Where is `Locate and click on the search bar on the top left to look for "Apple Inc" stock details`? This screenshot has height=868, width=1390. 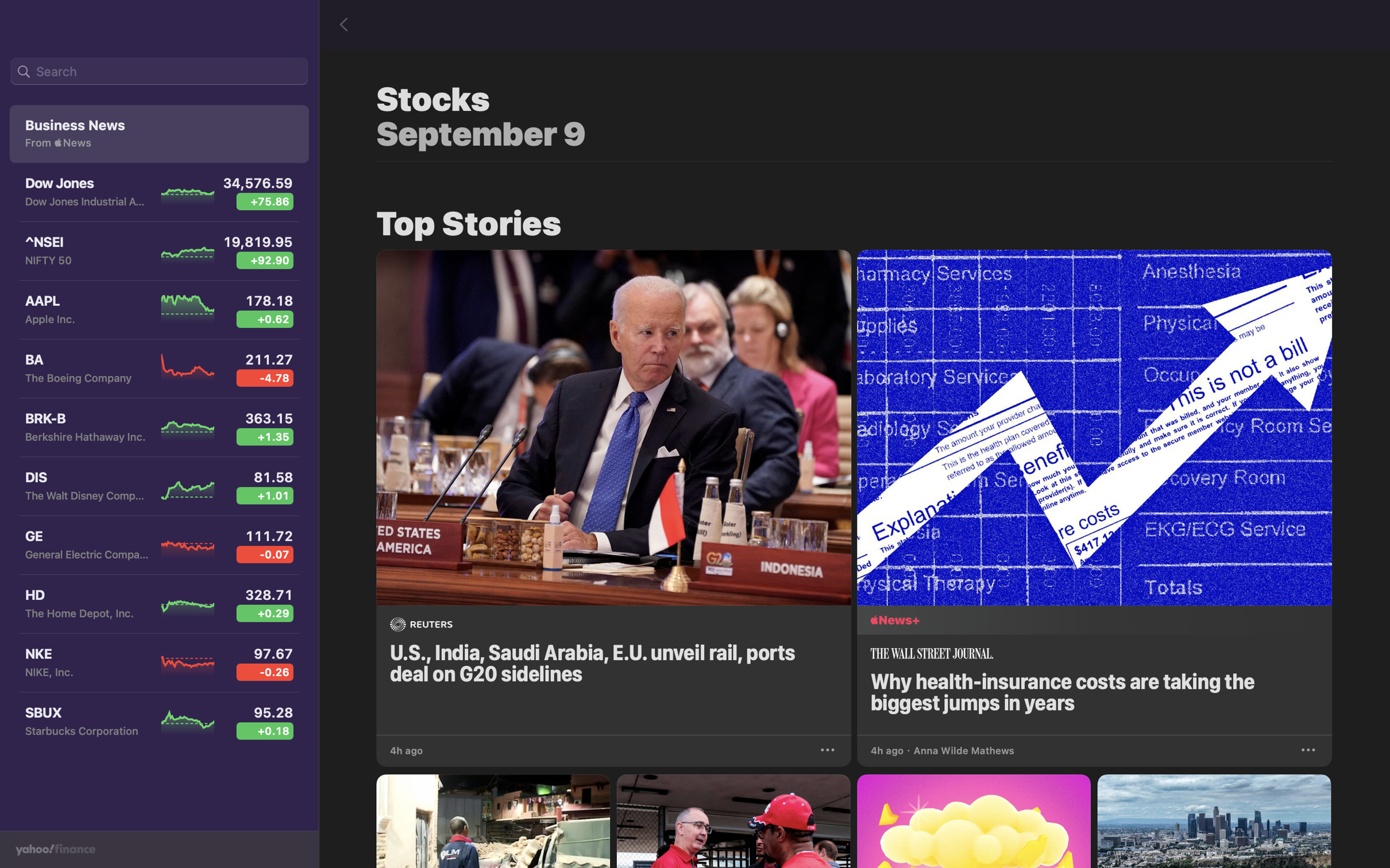 Locate and click on the search bar on the top left to look for "Apple Inc" stock details is located at coordinates (159, 72).